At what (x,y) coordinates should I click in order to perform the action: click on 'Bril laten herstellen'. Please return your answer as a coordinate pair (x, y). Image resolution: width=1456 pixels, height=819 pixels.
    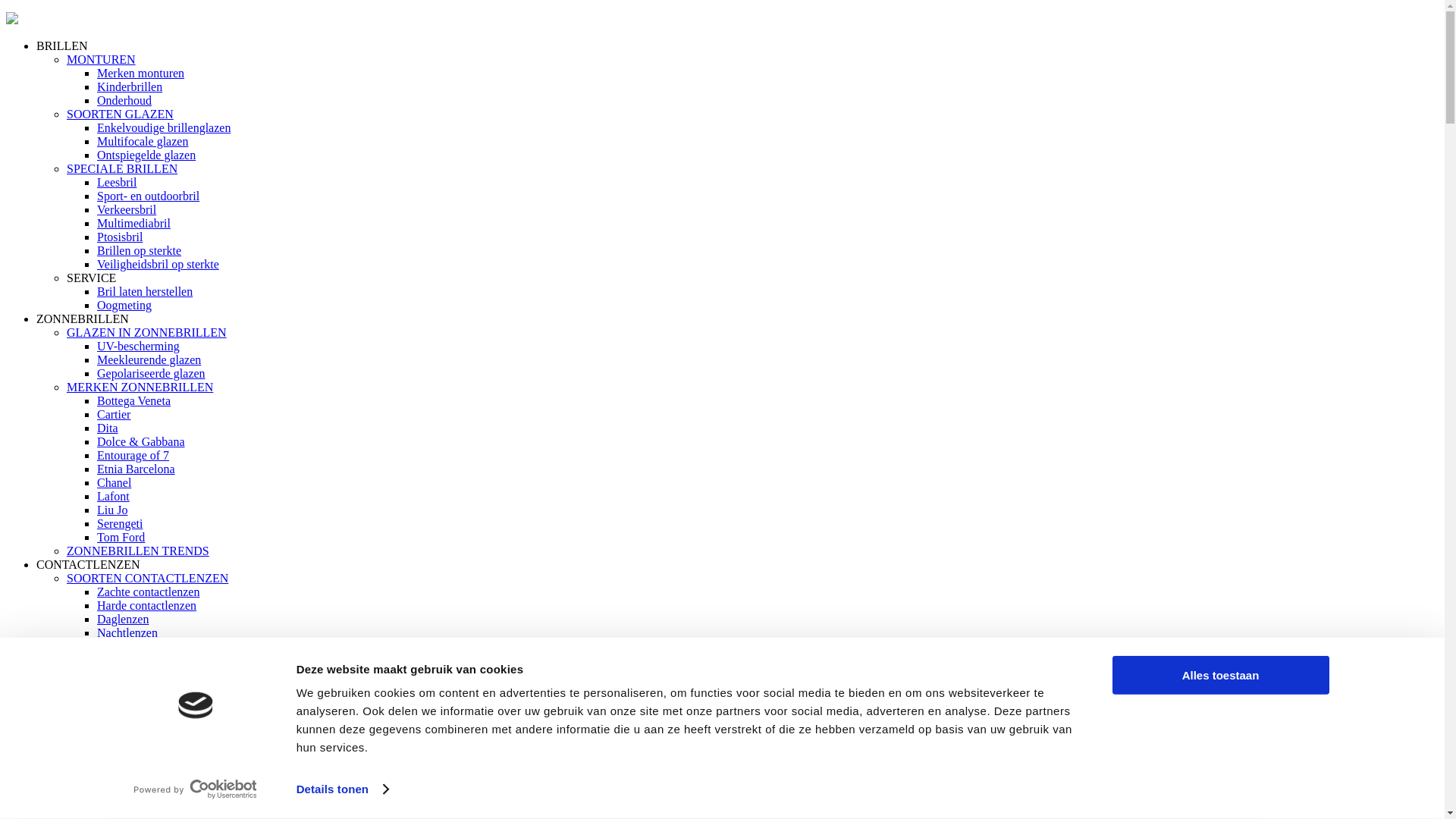
    Looking at the image, I should click on (145, 291).